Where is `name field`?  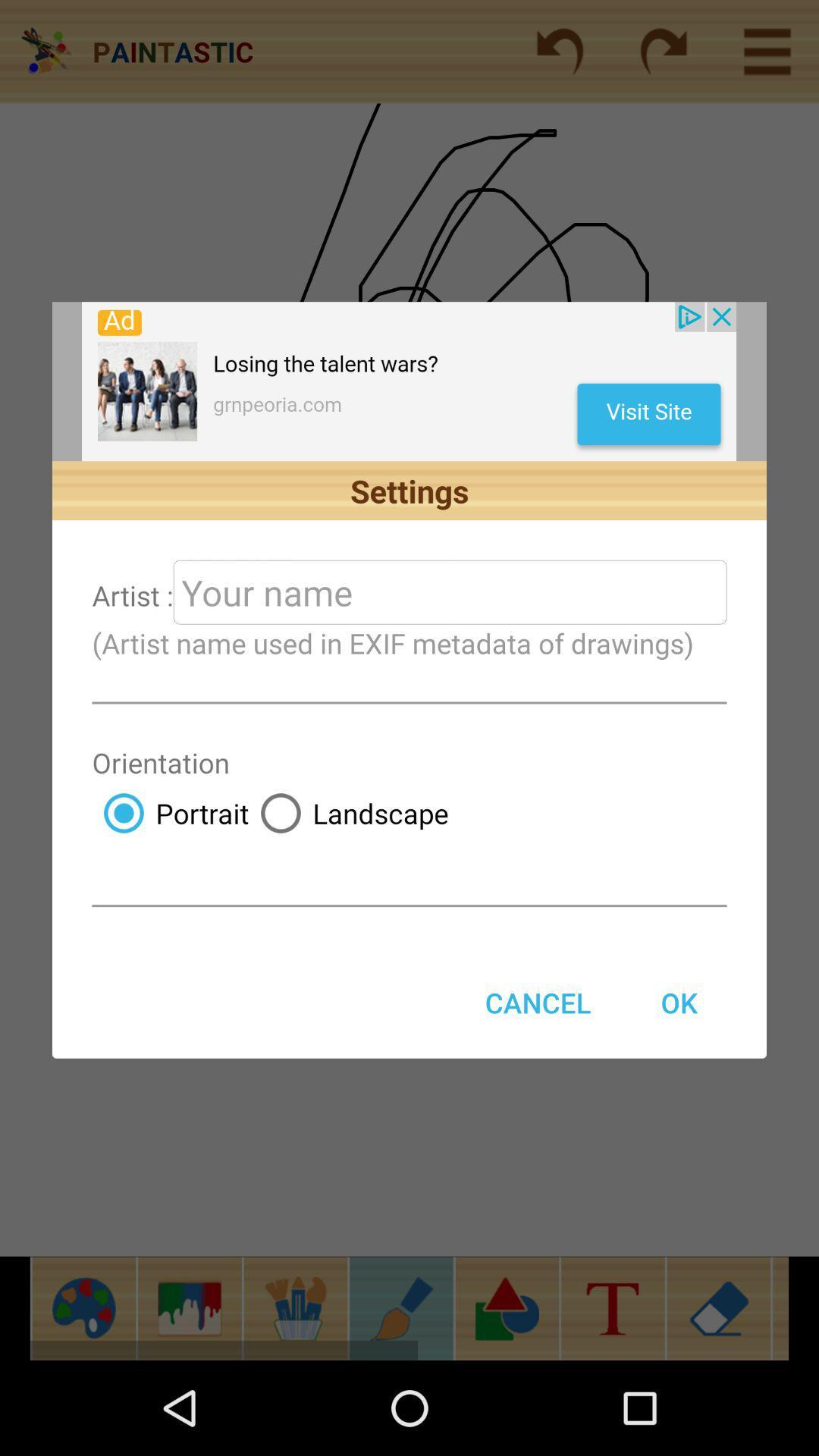 name field is located at coordinates (449, 591).